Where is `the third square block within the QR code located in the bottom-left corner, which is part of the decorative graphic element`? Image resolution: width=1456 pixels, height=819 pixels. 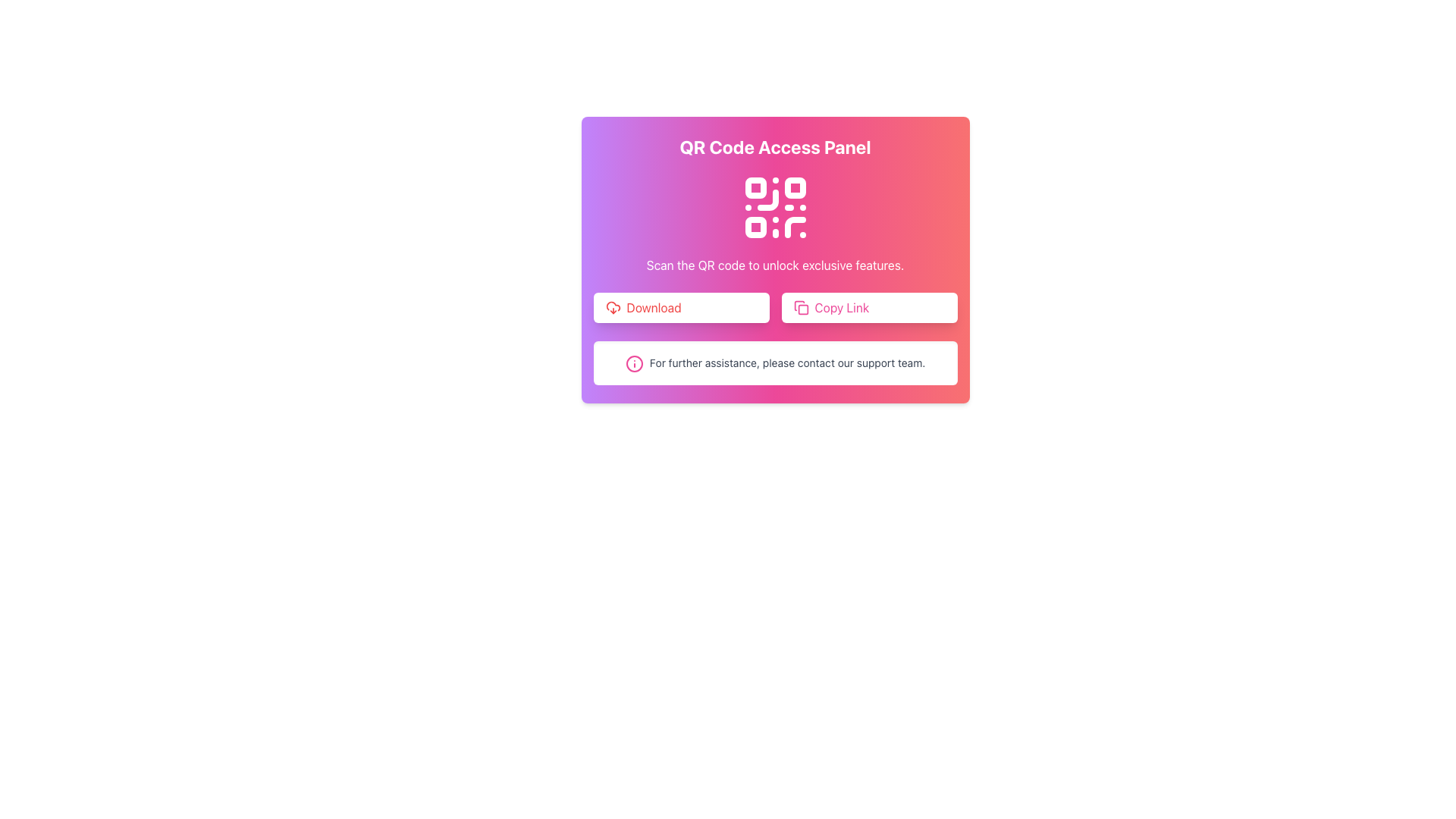 the third square block within the QR code located in the bottom-left corner, which is part of the decorative graphic element is located at coordinates (755, 227).